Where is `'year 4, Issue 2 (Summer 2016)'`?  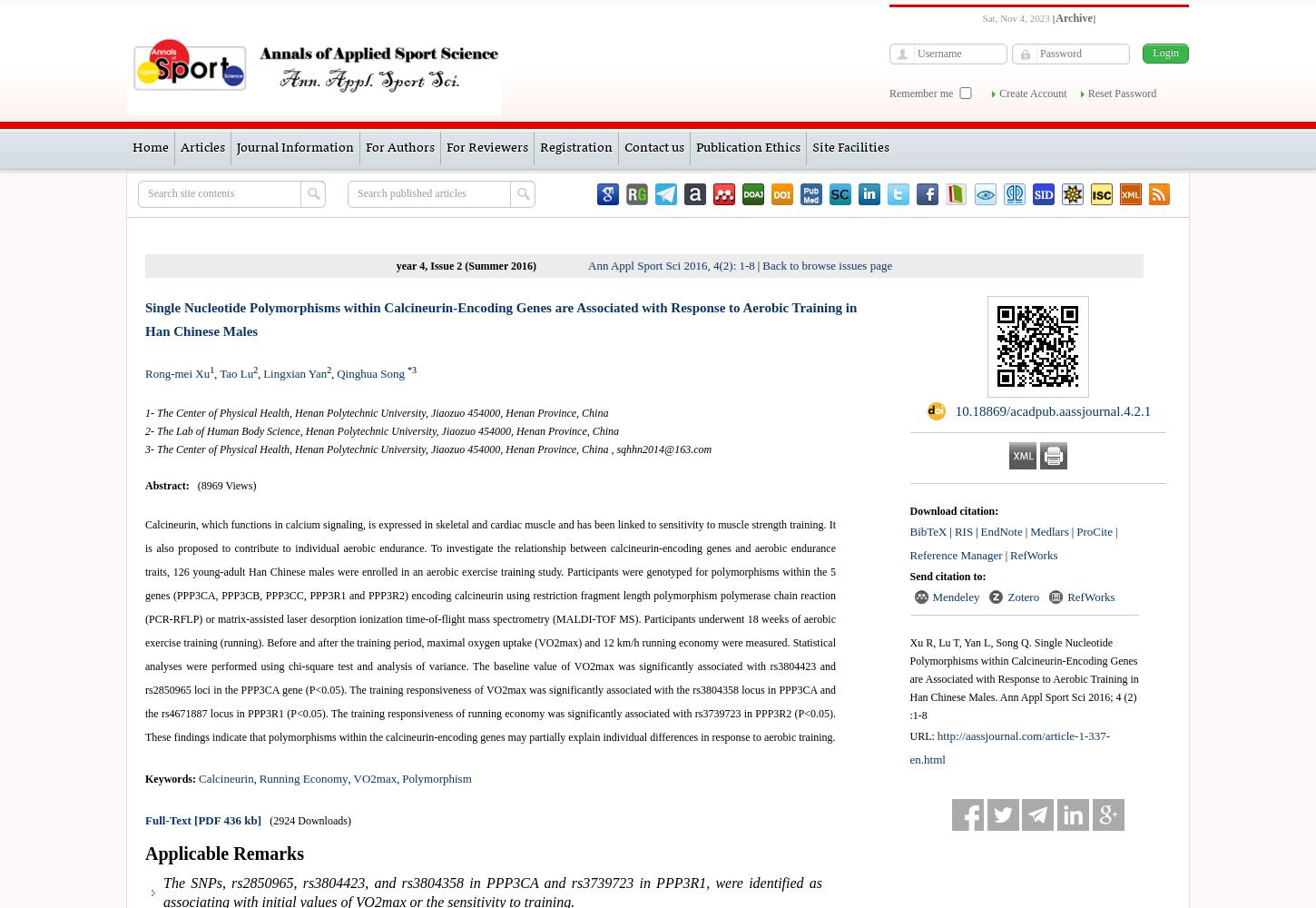 'year 4, Issue 2 (Summer 2016)' is located at coordinates (466, 266).